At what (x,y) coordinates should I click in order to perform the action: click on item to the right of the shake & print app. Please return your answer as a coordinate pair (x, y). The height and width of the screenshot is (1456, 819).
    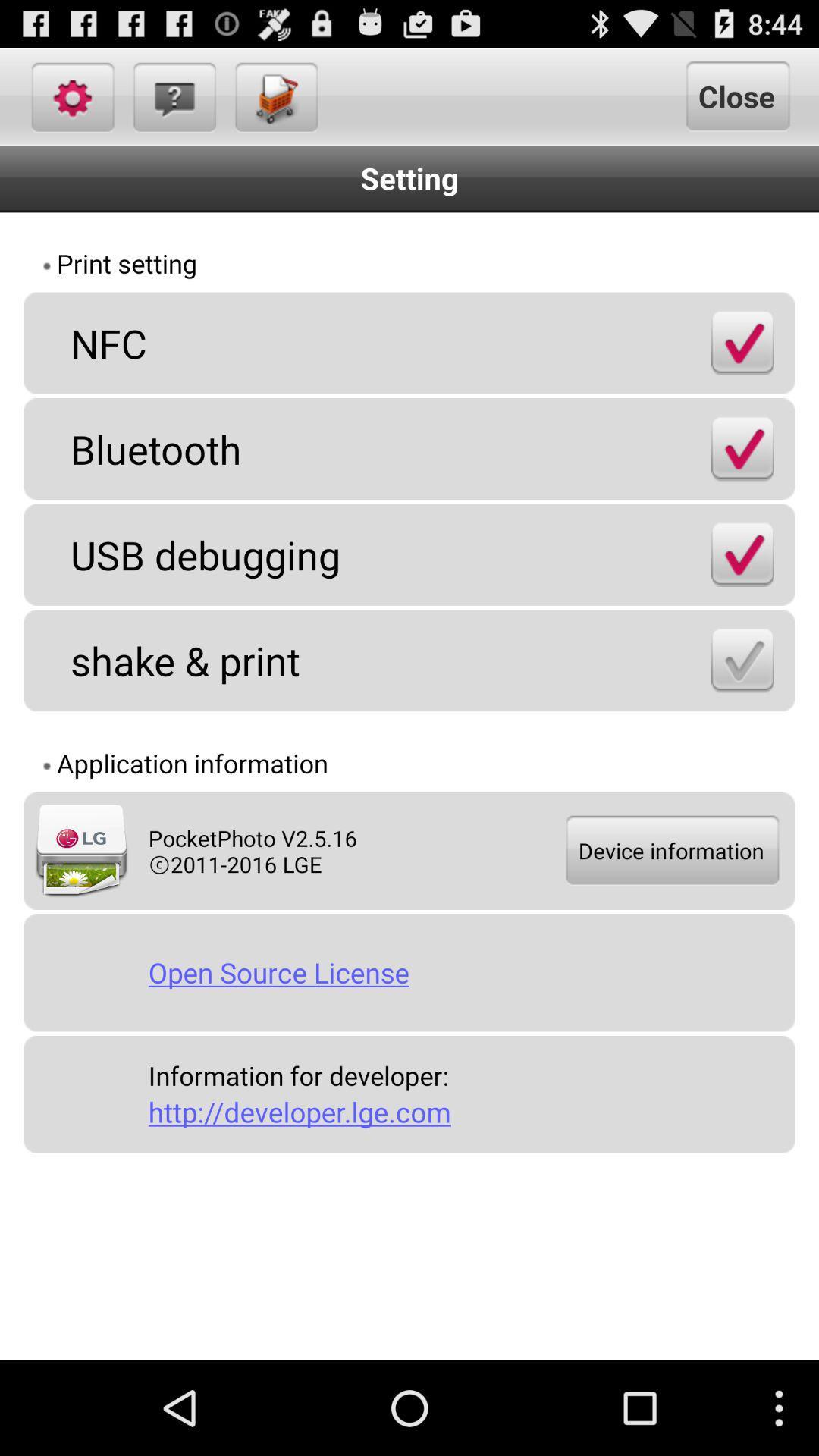
    Looking at the image, I should click on (742, 660).